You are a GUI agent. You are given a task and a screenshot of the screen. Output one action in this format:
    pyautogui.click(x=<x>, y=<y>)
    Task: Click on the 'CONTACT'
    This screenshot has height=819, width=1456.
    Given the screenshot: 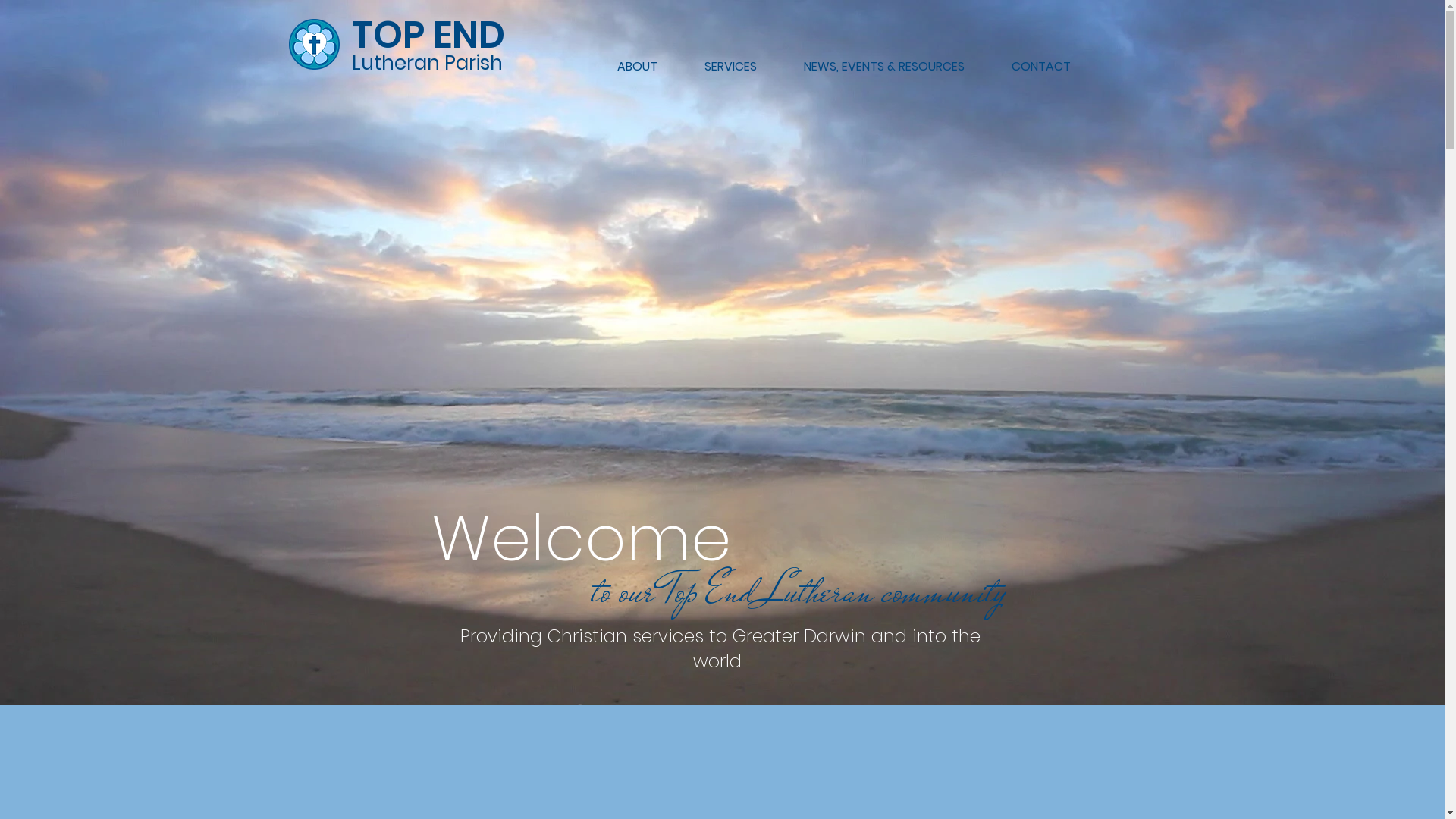 What is the action you would take?
    pyautogui.click(x=1040, y=65)
    